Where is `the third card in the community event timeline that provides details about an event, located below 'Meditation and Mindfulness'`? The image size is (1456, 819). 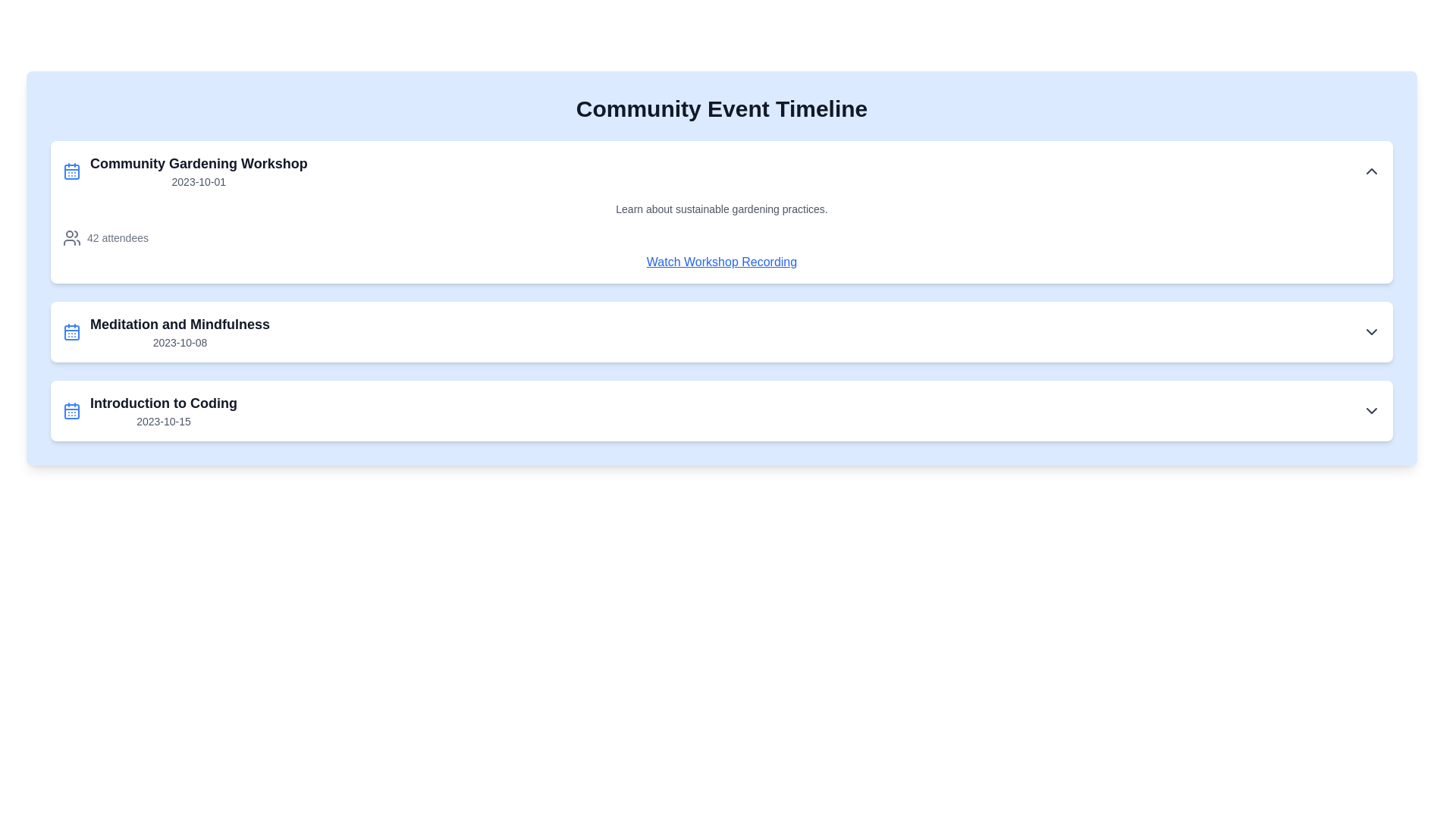 the third card in the community event timeline that provides details about an event, located below 'Meditation and Mindfulness' is located at coordinates (720, 411).